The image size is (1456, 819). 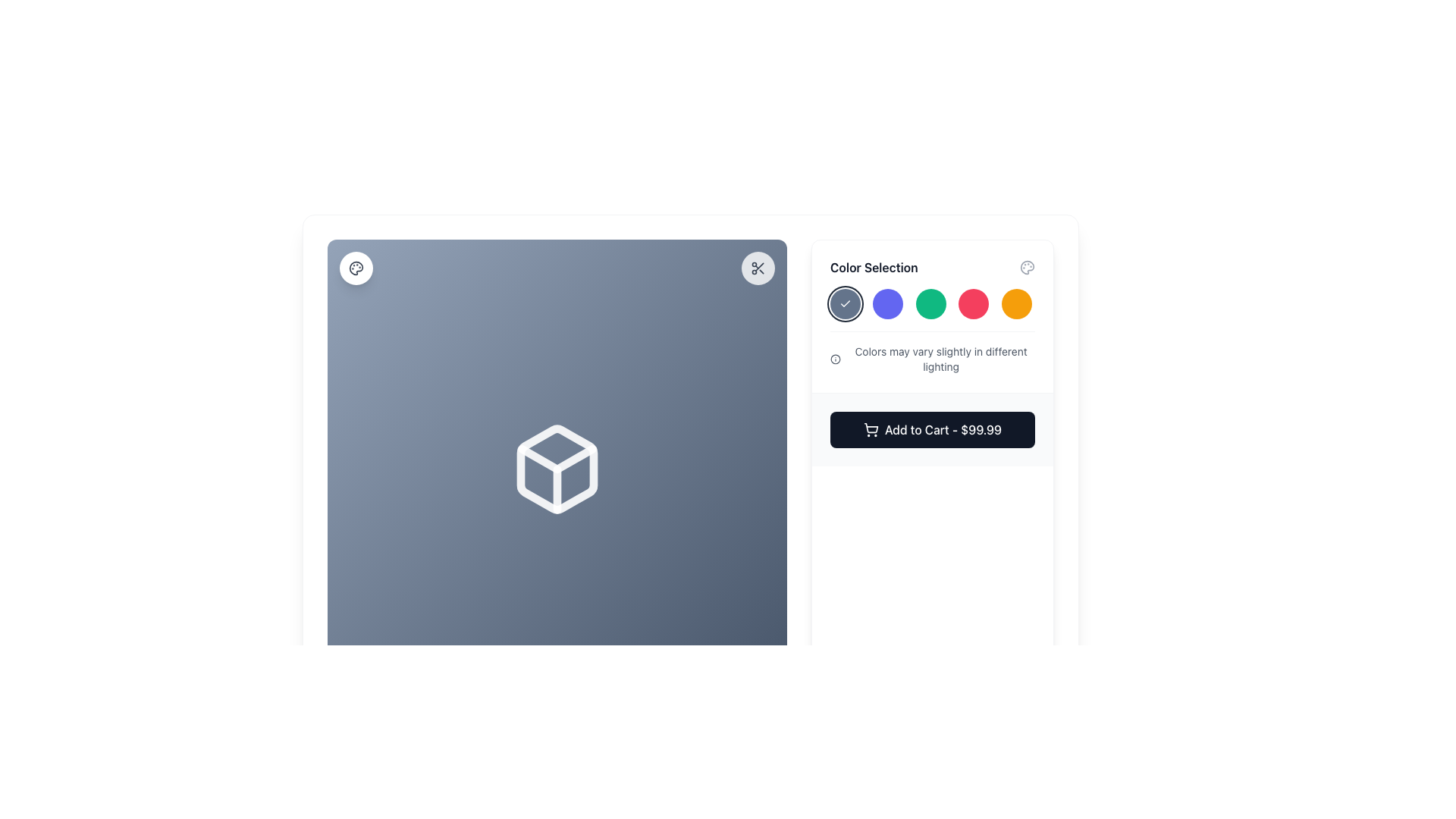 I want to click on the Color selector component located in the 'Color Selection' section of the right panel, so click(x=931, y=304).